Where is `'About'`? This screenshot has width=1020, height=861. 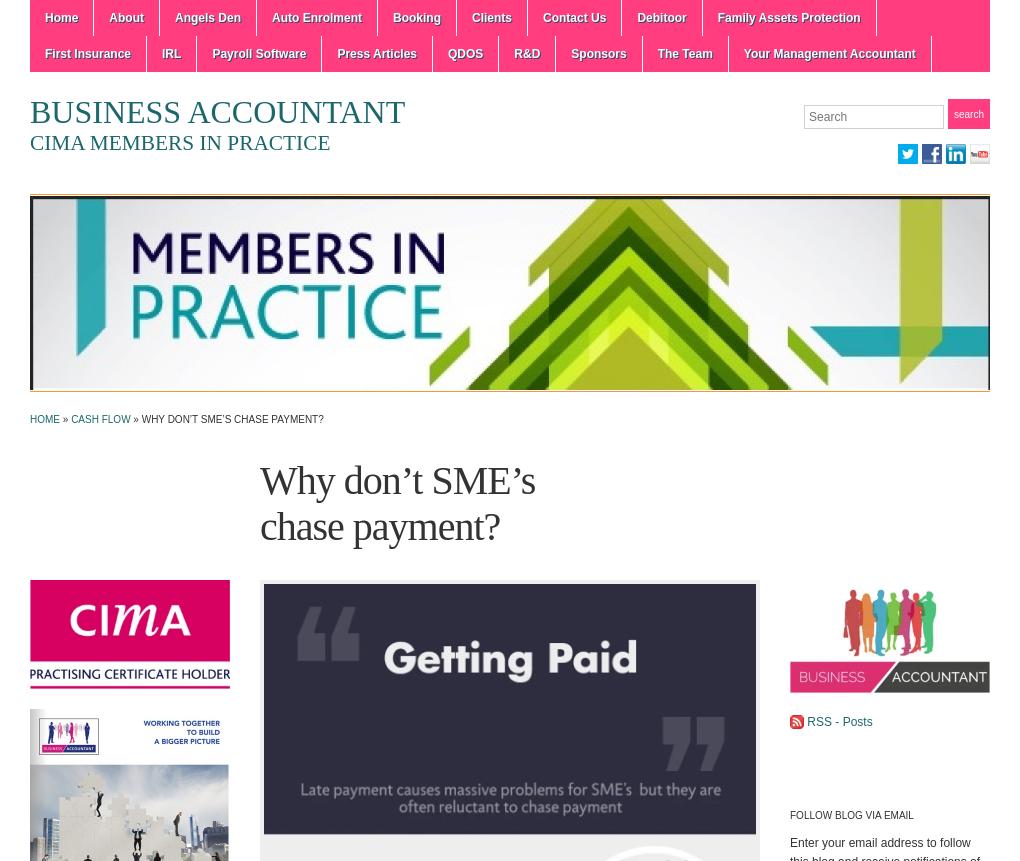
'About' is located at coordinates (125, 17).